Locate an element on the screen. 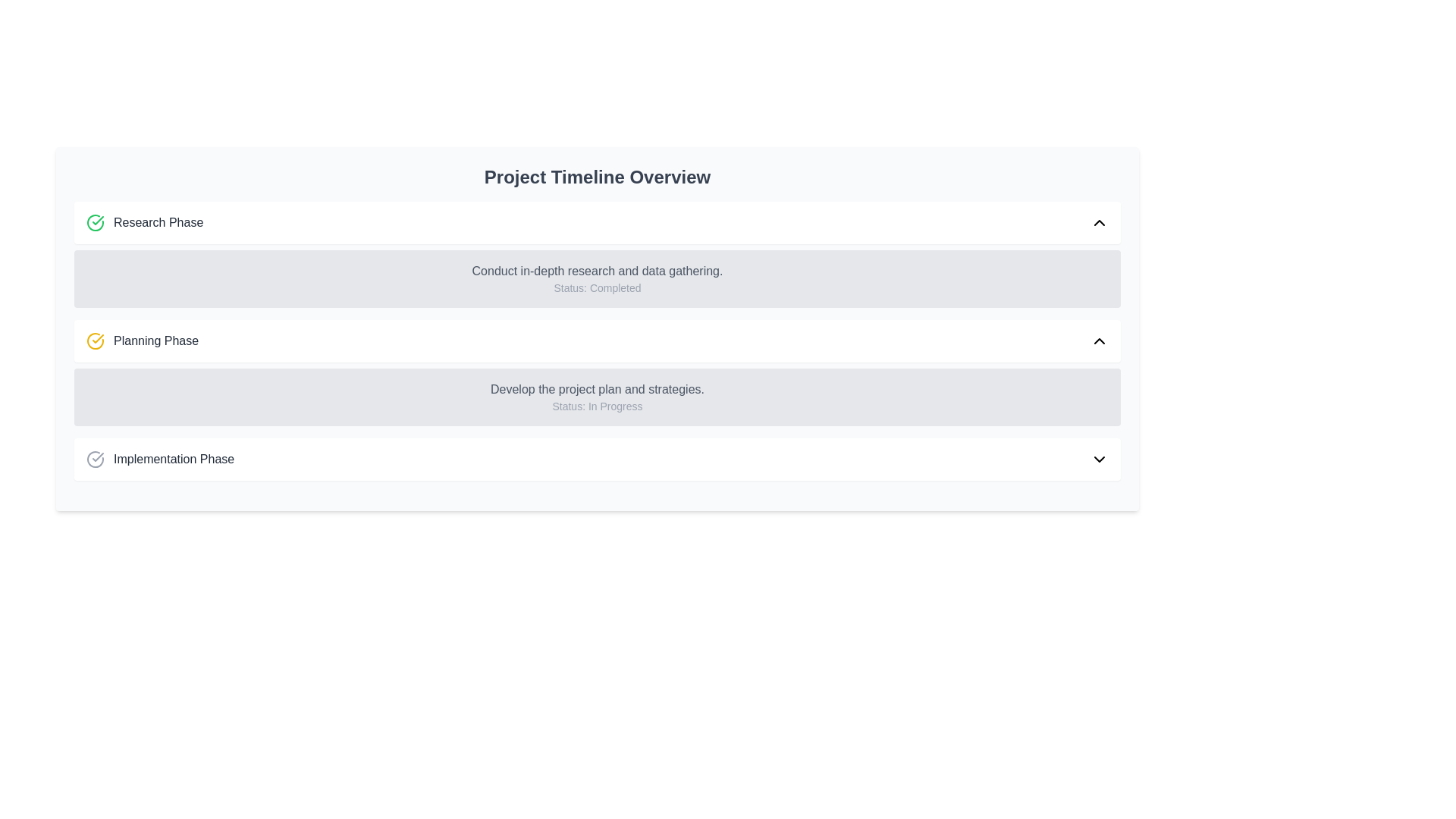 Image resolution: width=1456 pixels, height=819 pixels. the static text label reading 'Research Phase' which is styled in a medium-weight gray font and positioned to the right of a green circular checkmark icon is located at coordinates (158, 222).